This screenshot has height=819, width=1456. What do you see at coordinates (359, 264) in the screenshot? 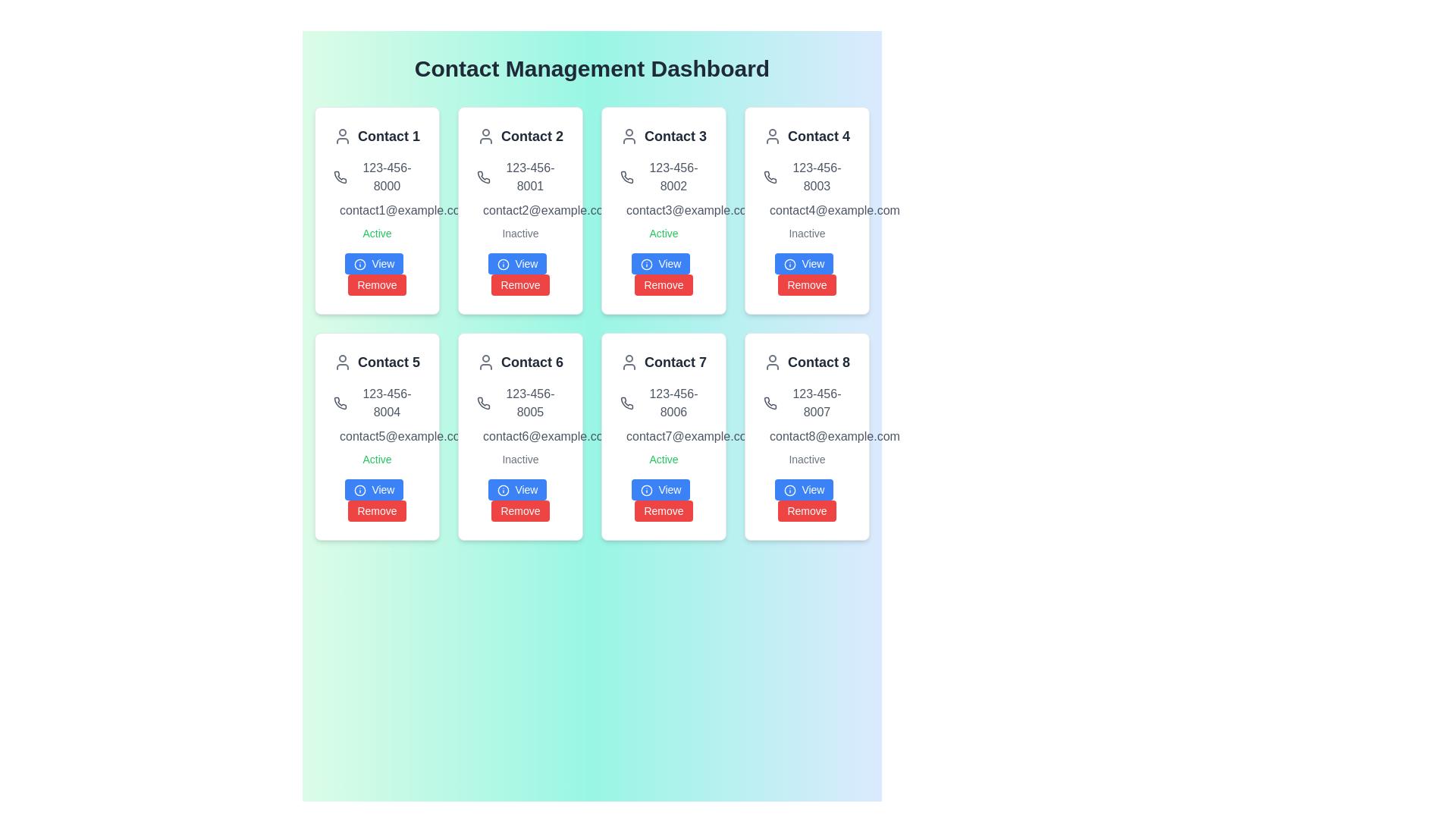
I see `the circular SVG element styled with a stroke, located at the center of the 'info' icon next to the 'View' button of the first contact card under the 'Active' label` at bounding box center [359, 264].